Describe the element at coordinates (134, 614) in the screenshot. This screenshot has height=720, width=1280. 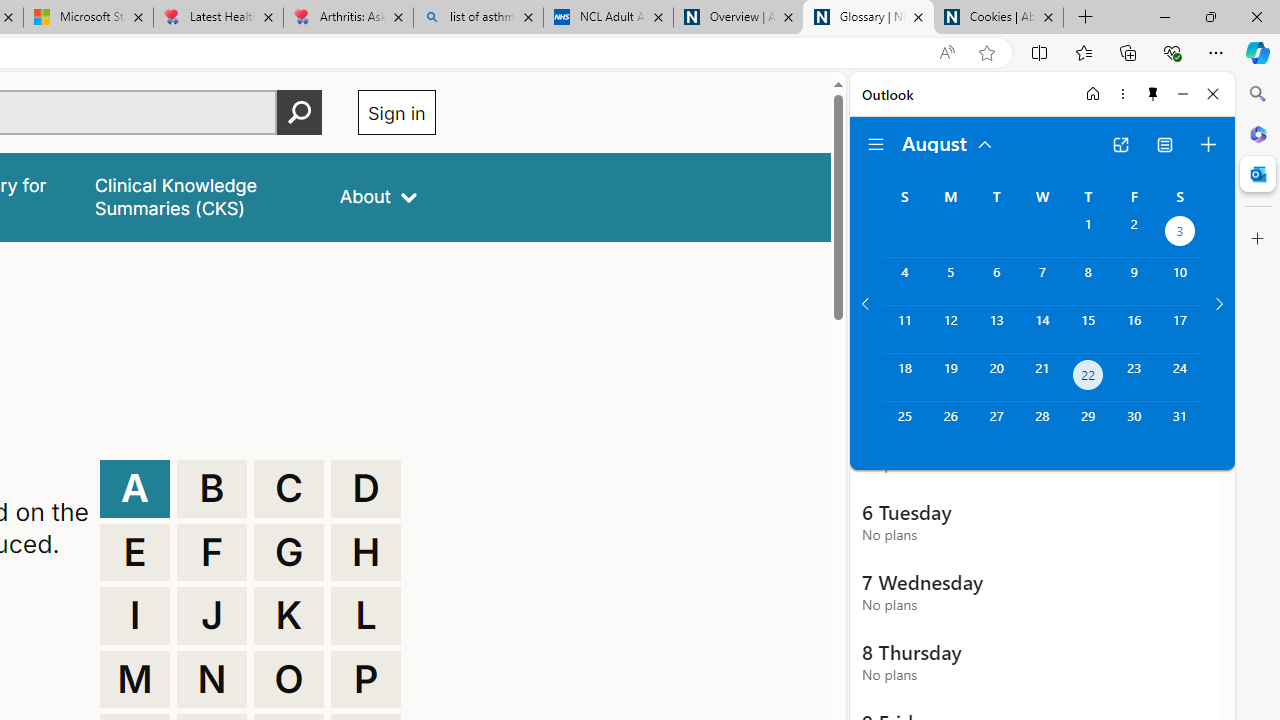
I see `'I'` at that location.